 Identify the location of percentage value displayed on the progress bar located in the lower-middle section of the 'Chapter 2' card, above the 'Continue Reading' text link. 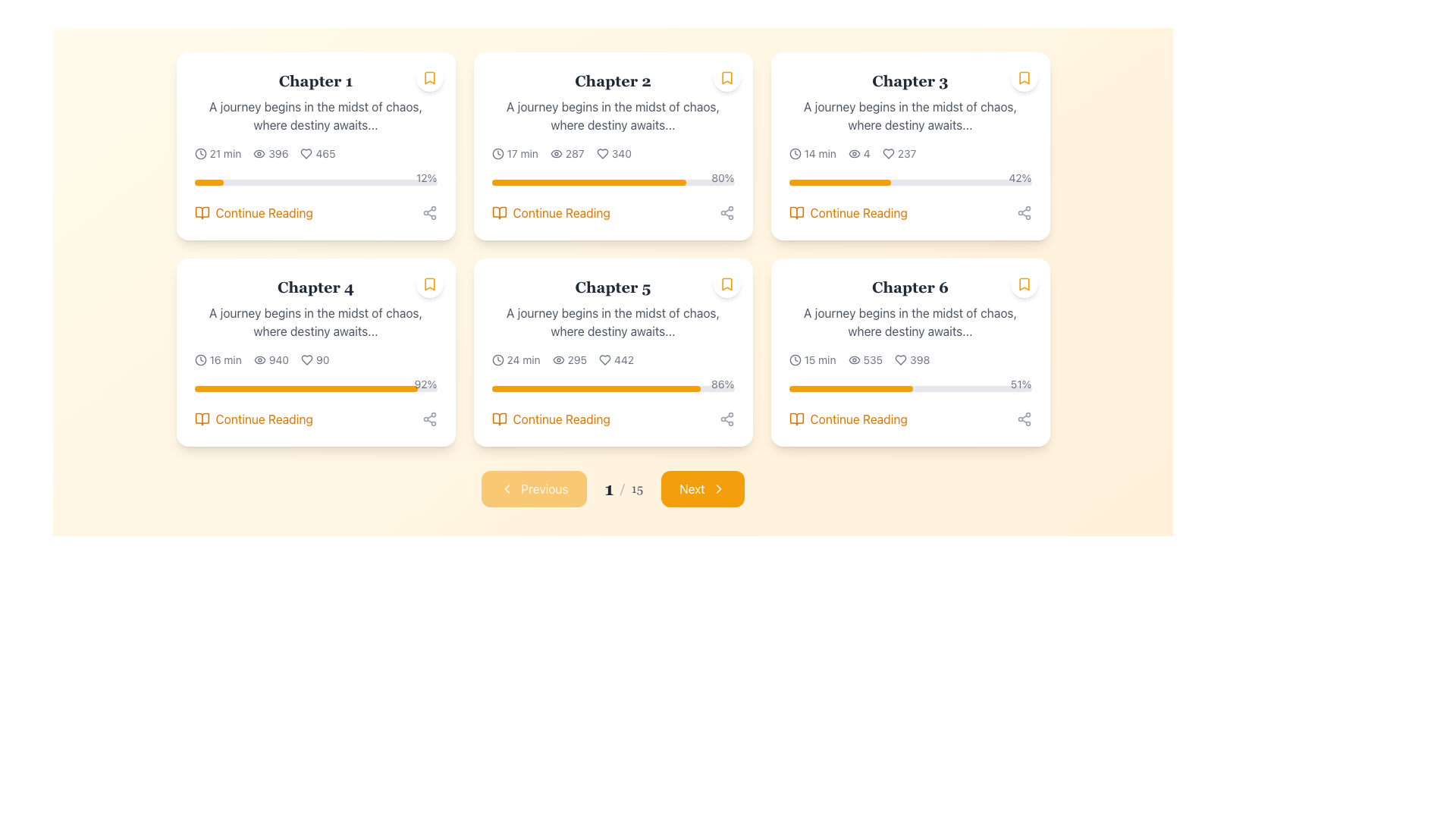
(613, 178).